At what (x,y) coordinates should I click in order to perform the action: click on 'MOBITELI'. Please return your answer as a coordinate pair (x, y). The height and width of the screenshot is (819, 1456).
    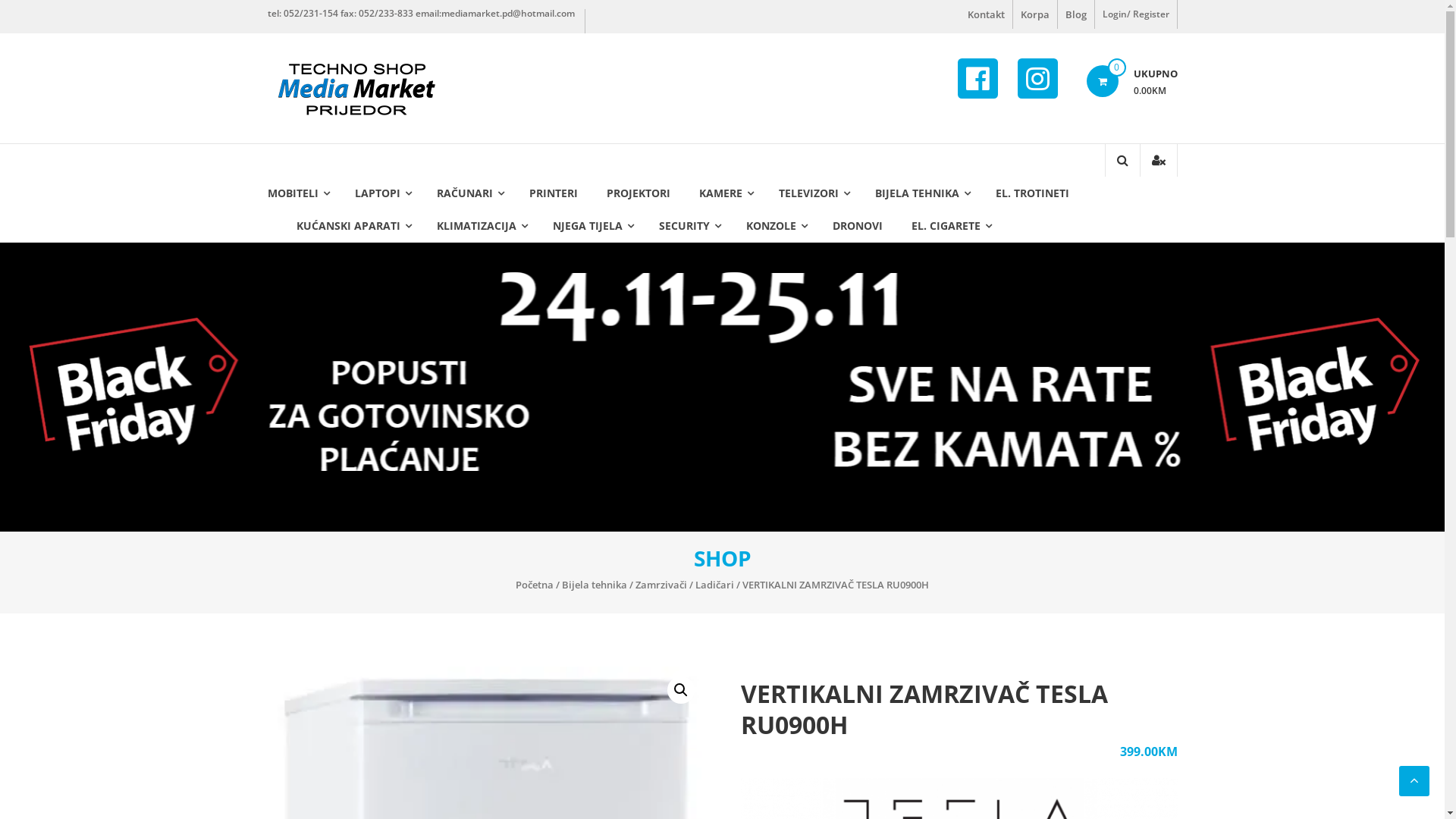
    Looking at the image, I should click on (292, 192).